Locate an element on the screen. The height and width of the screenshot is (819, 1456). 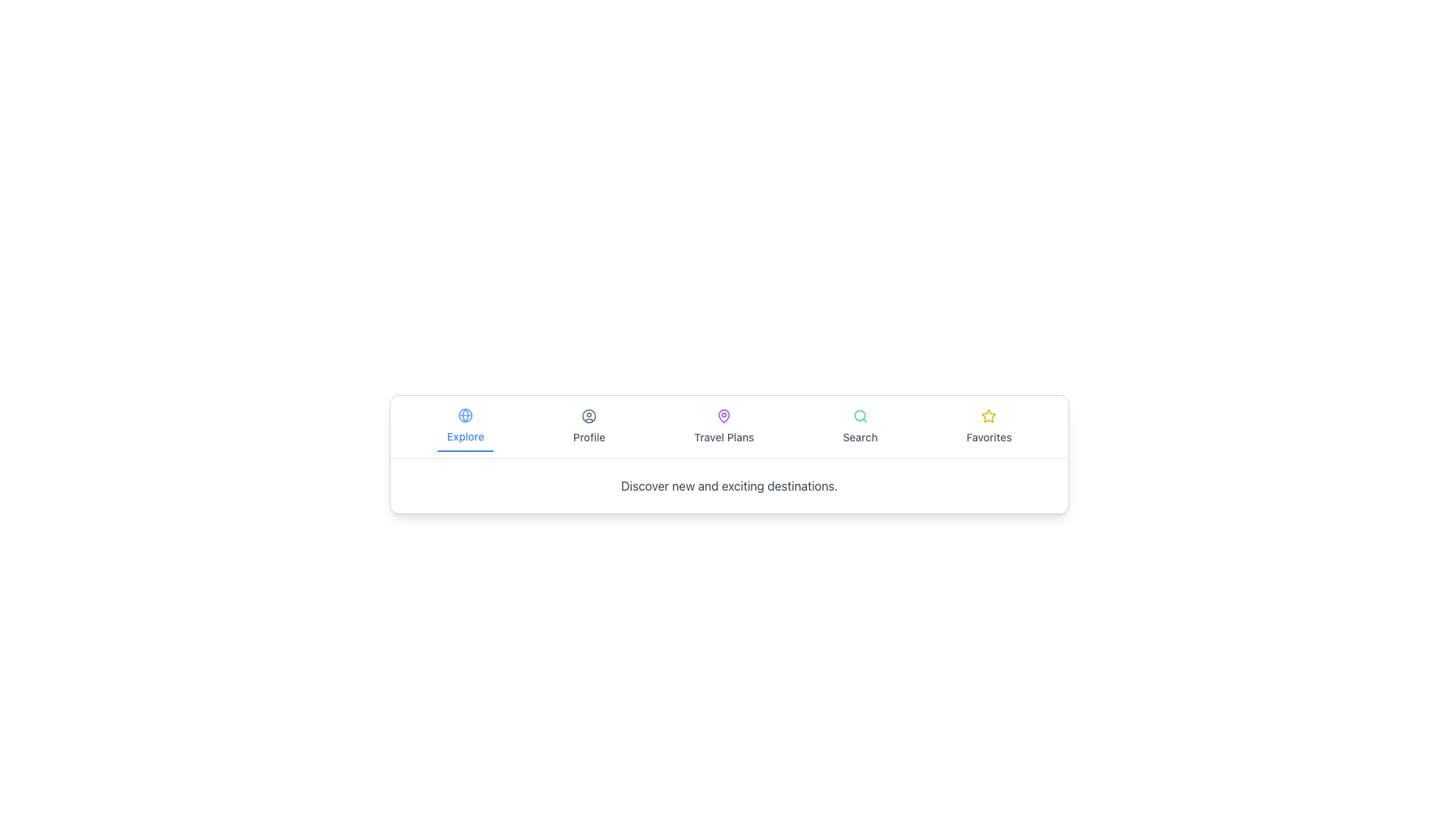
the small green circle within the magnifying glass icon in the navigation bar, positioned above the 'Search' label is located at coordinates (859, 416).